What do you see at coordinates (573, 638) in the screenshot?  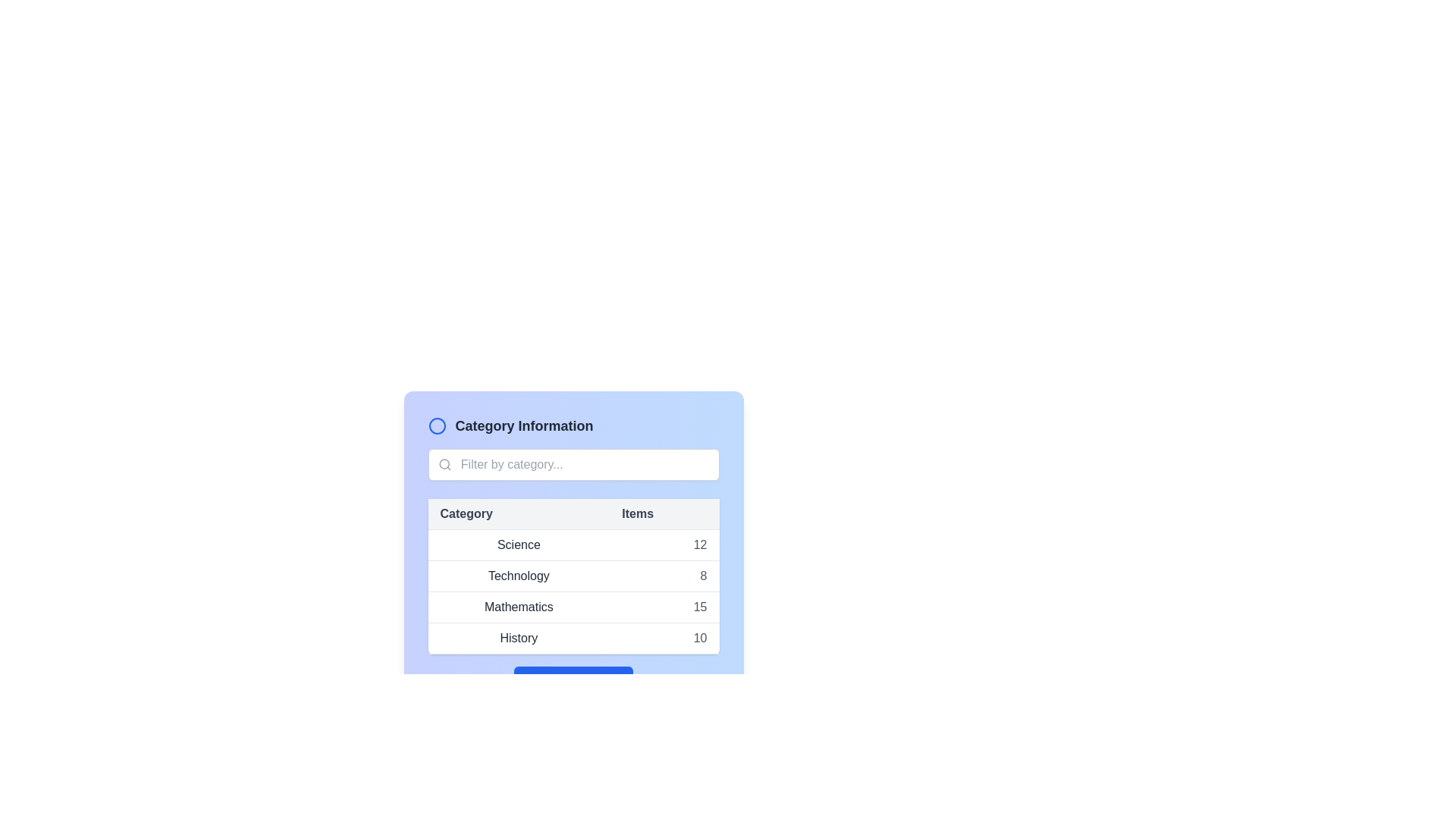 I see `the last row of the table displaying the category name 'History' and count '10'` at bounding box center [573, 638].